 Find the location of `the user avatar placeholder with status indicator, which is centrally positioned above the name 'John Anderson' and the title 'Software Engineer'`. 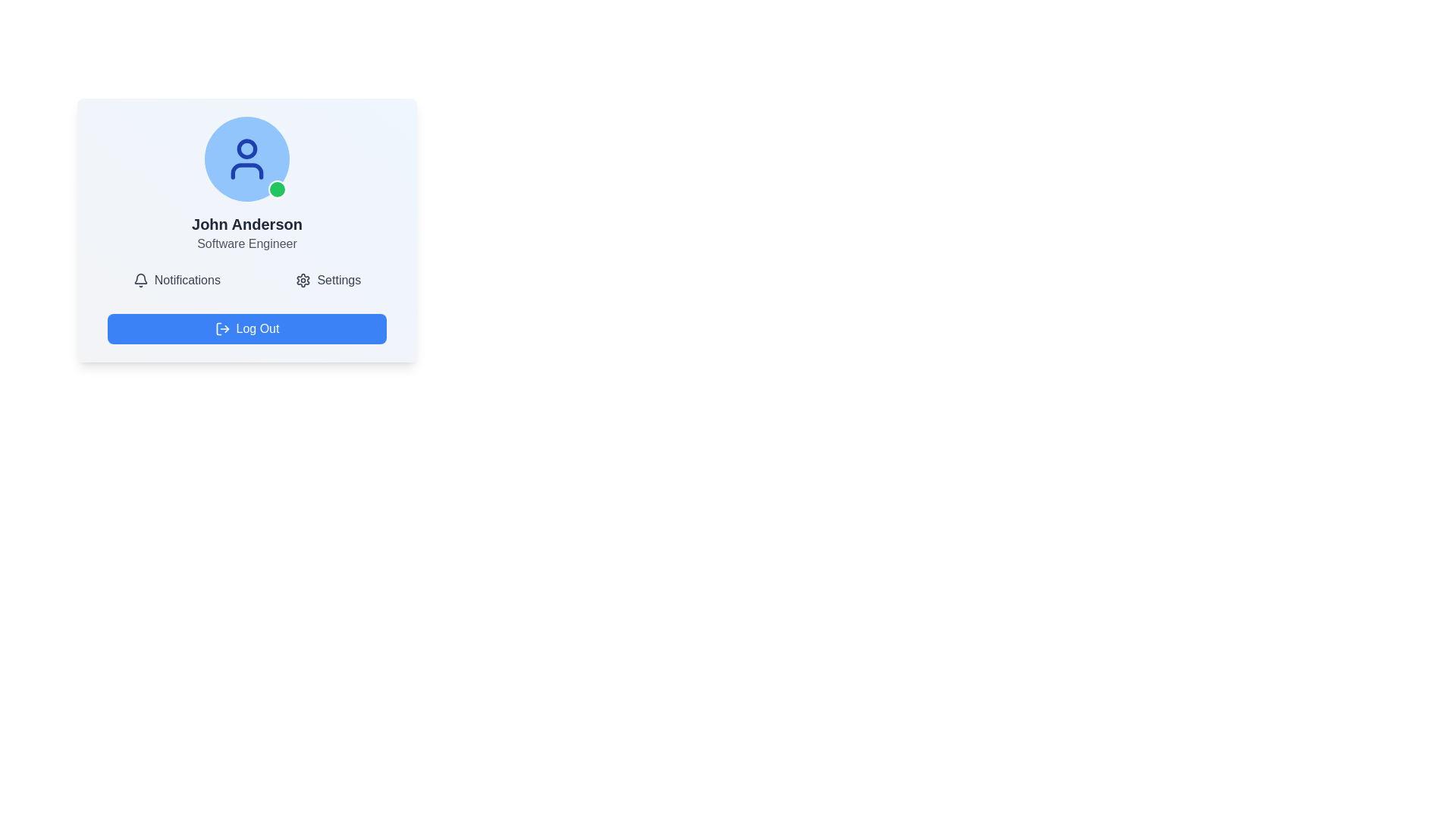

the user avatar placeholder with status indicator, which is centrally positioned above the name 'John Anderson' and the title 'Software Engineer' is located at coordinates (247, 158).